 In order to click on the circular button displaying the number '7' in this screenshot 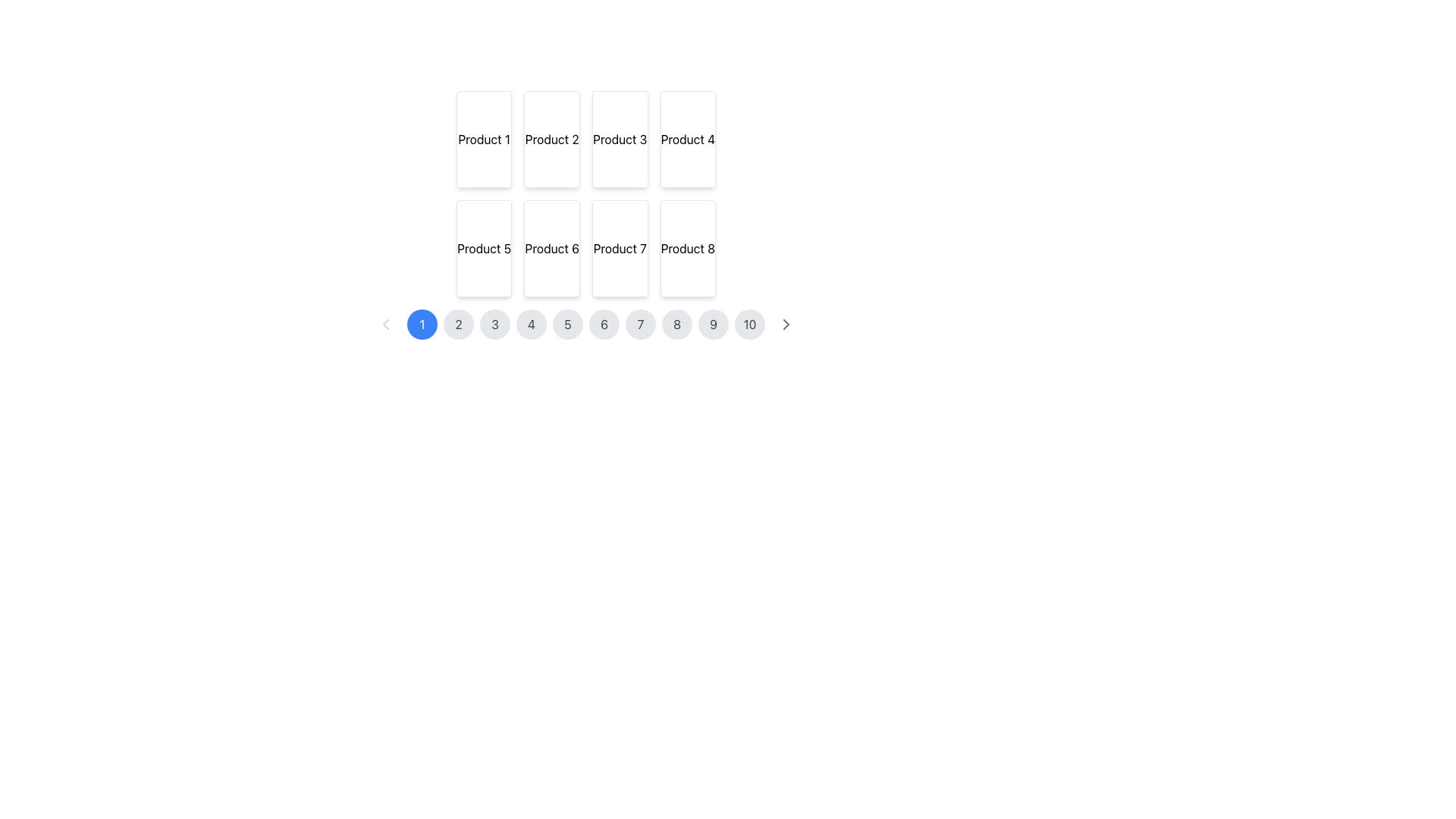, I will do `click(640, 324)`.